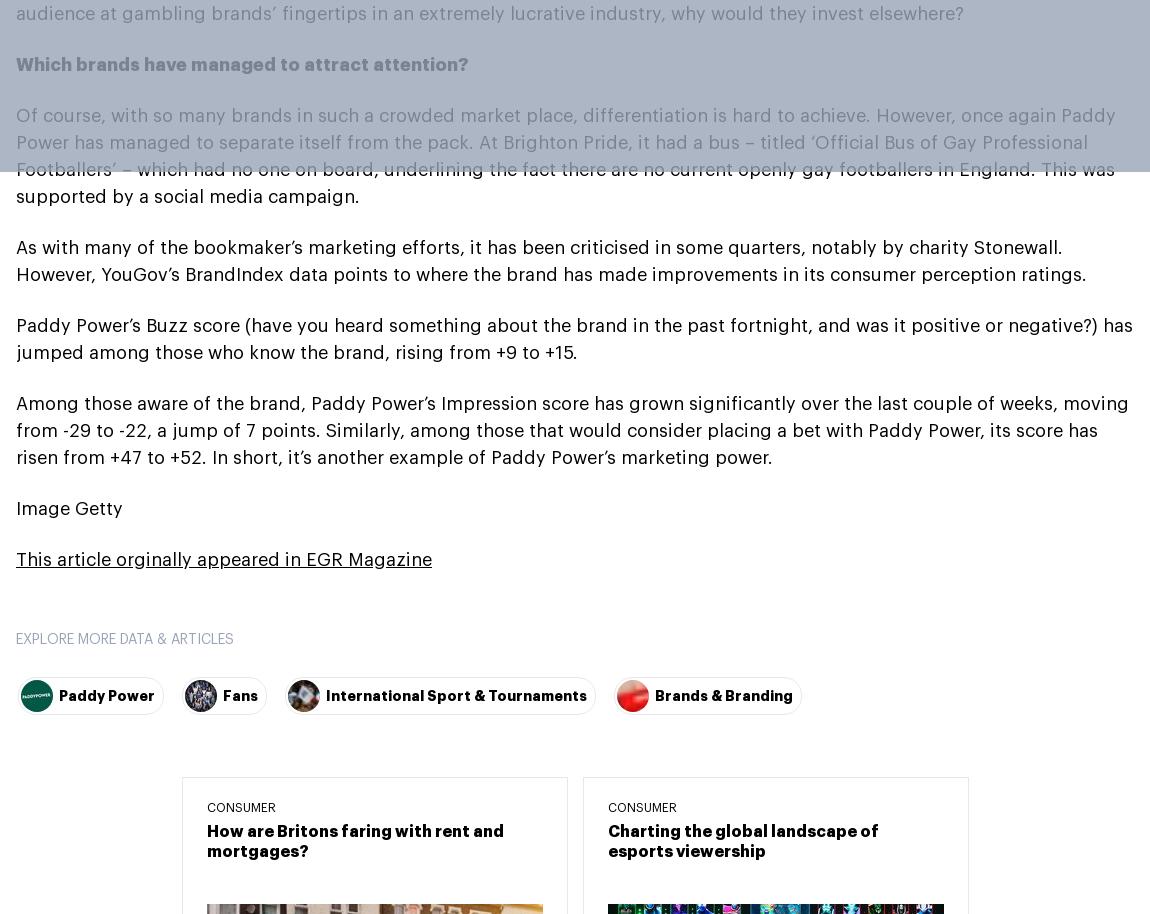 Image resolution: width=1150 pixels, height=914 pixels. Describe the element at coordinates (239, 694) in the screenshot. I see `'Fans'` at that location.